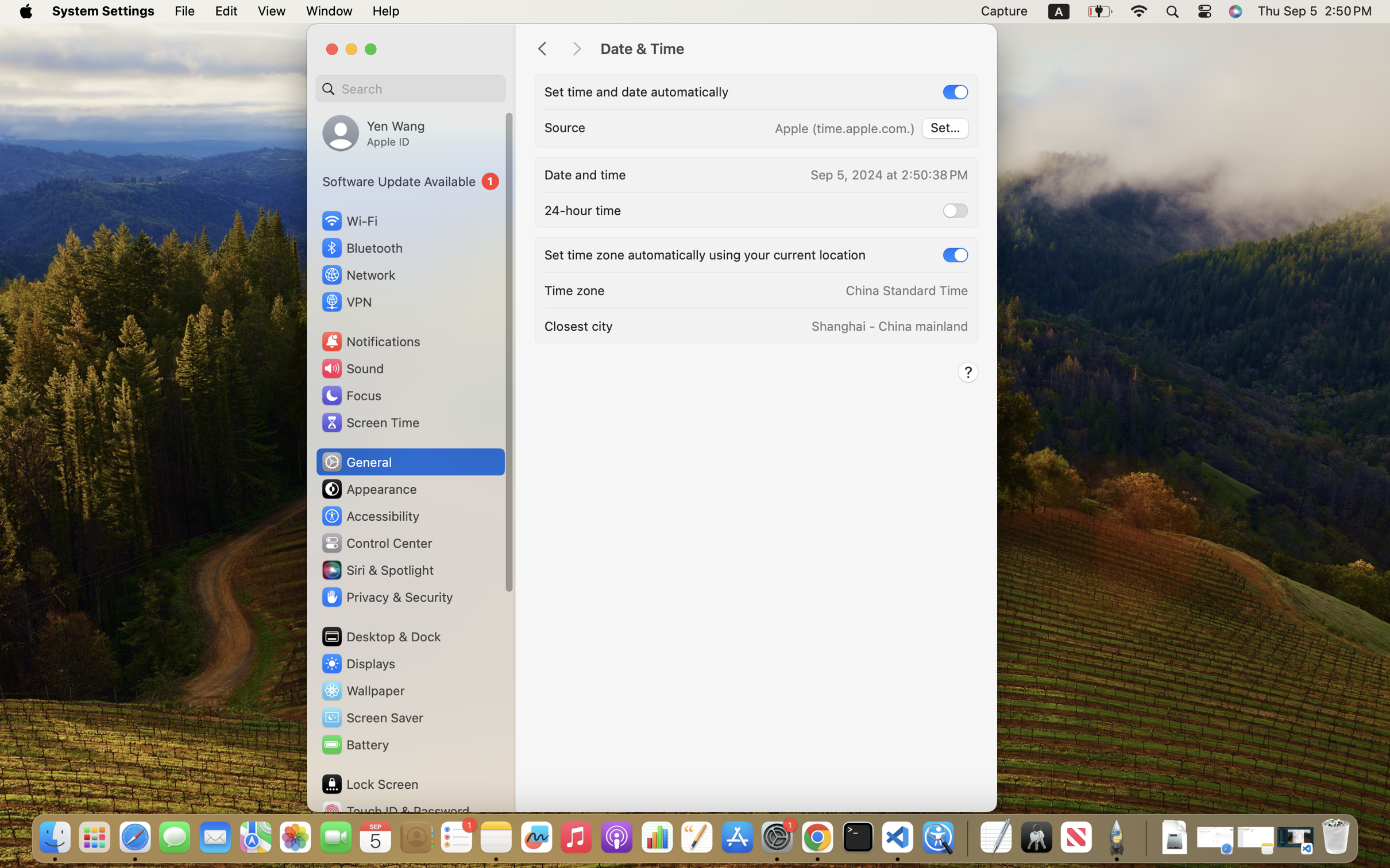  I want to click on 'Closest city', so click(578, 326).